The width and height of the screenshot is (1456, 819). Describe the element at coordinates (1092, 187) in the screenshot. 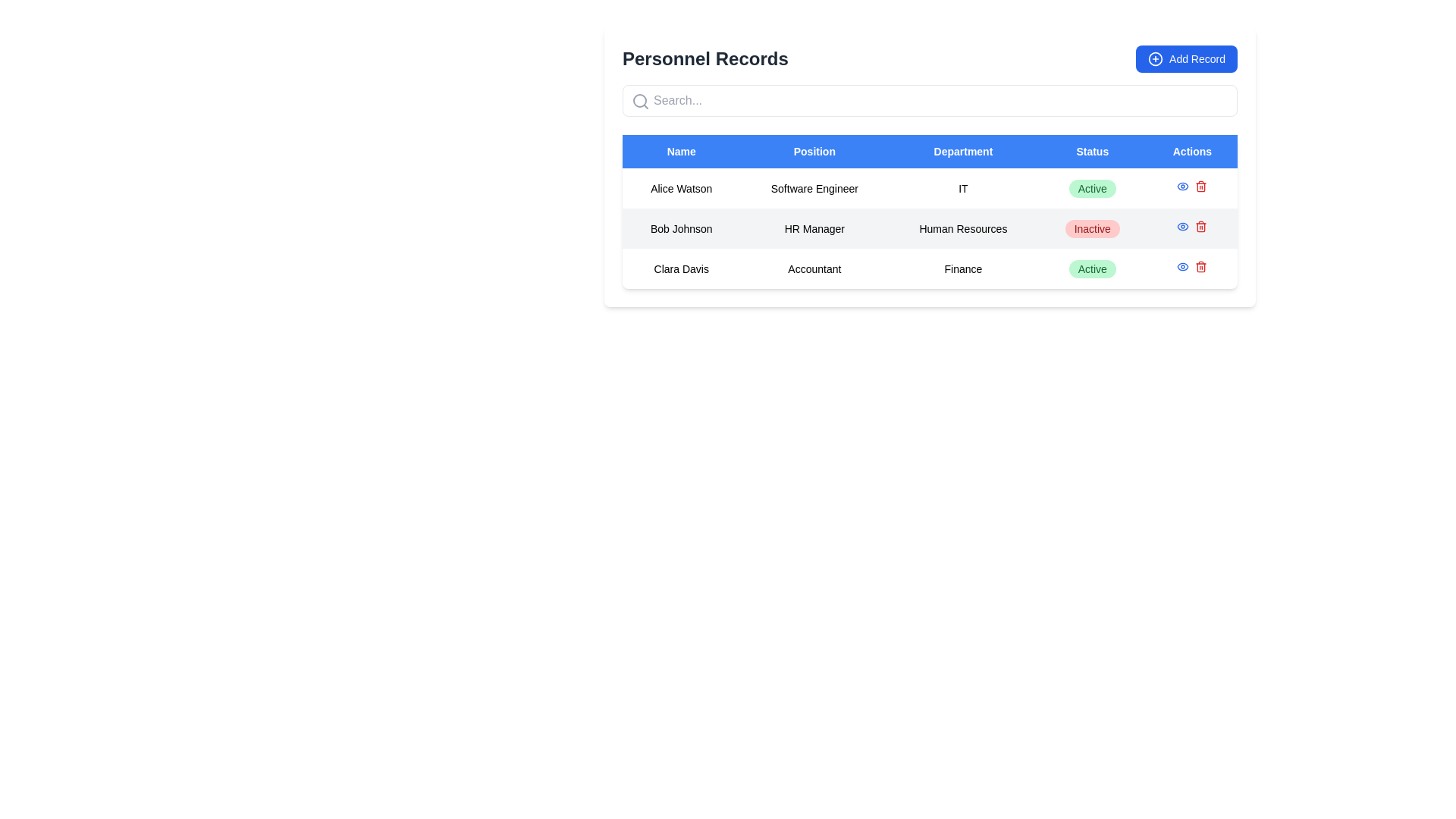

I see `the label with the light green background and bold green text that reads 'Active', located in the 'Status' column of the Personnel Records table, corresponding to Alice Watson` at that location.